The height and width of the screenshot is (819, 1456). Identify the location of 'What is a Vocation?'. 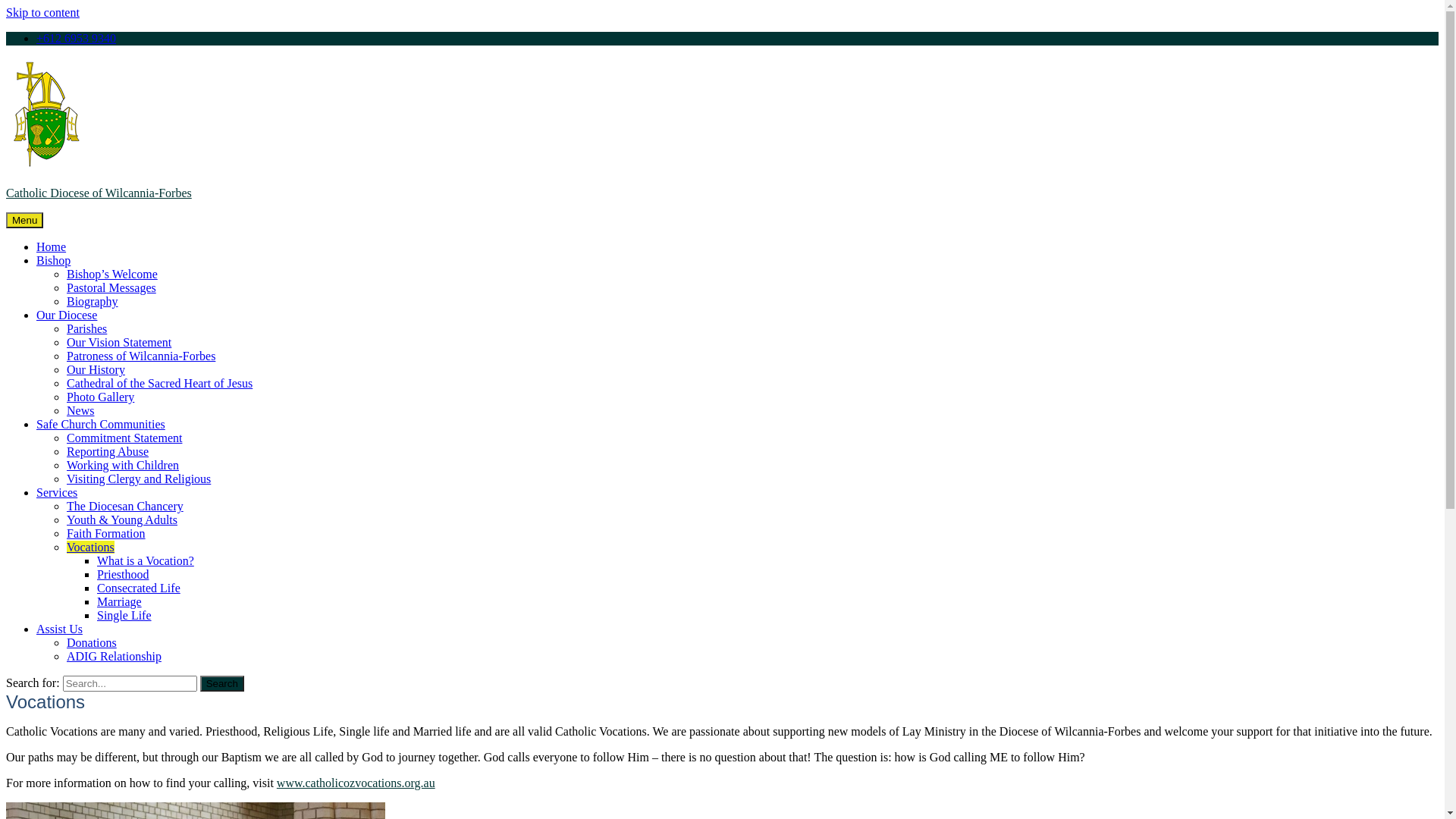
(146, 560).